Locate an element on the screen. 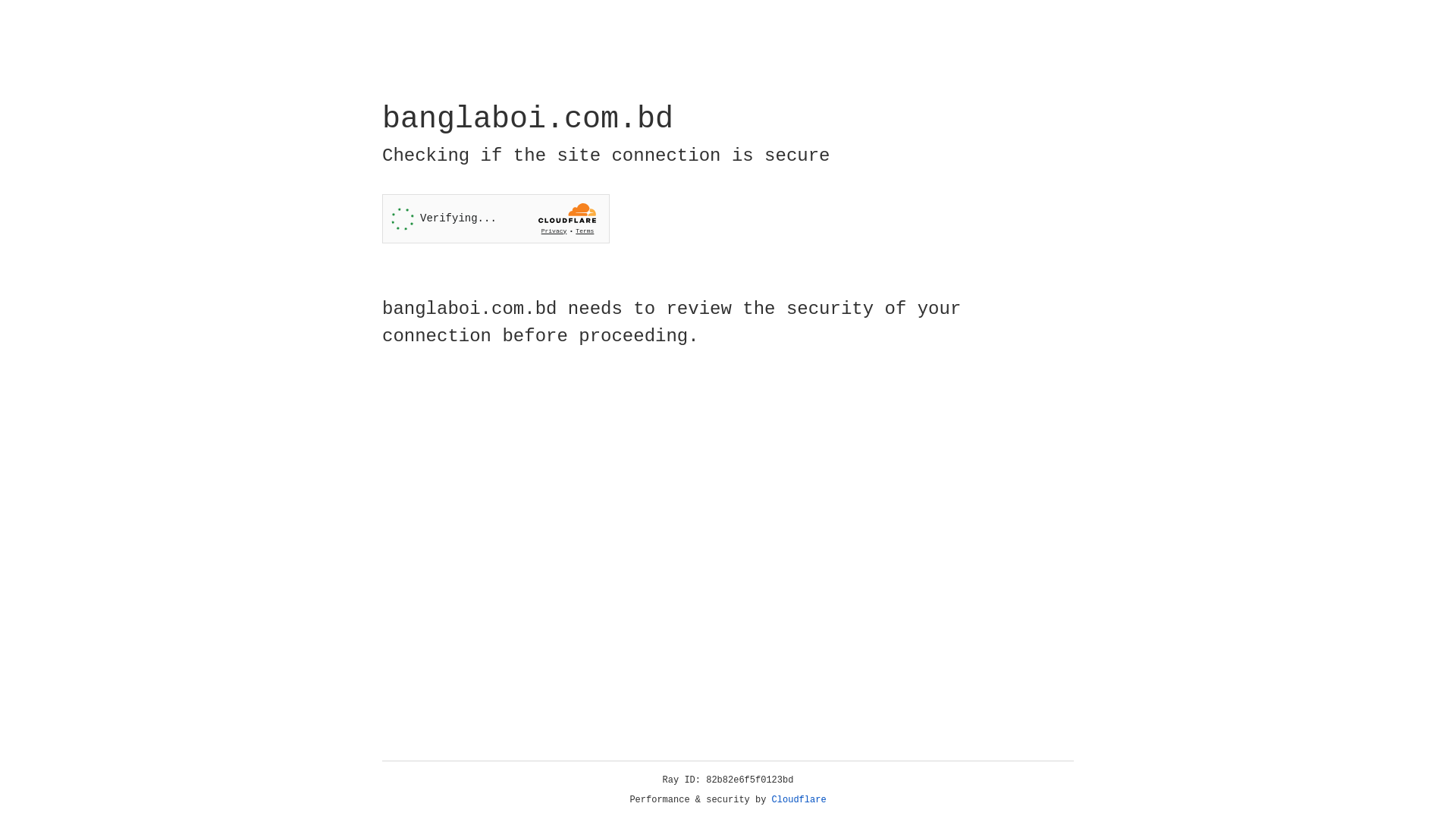 This screenshot has height=819, width=1456. 'Cloudflare' is located at coordinates (799, 799).